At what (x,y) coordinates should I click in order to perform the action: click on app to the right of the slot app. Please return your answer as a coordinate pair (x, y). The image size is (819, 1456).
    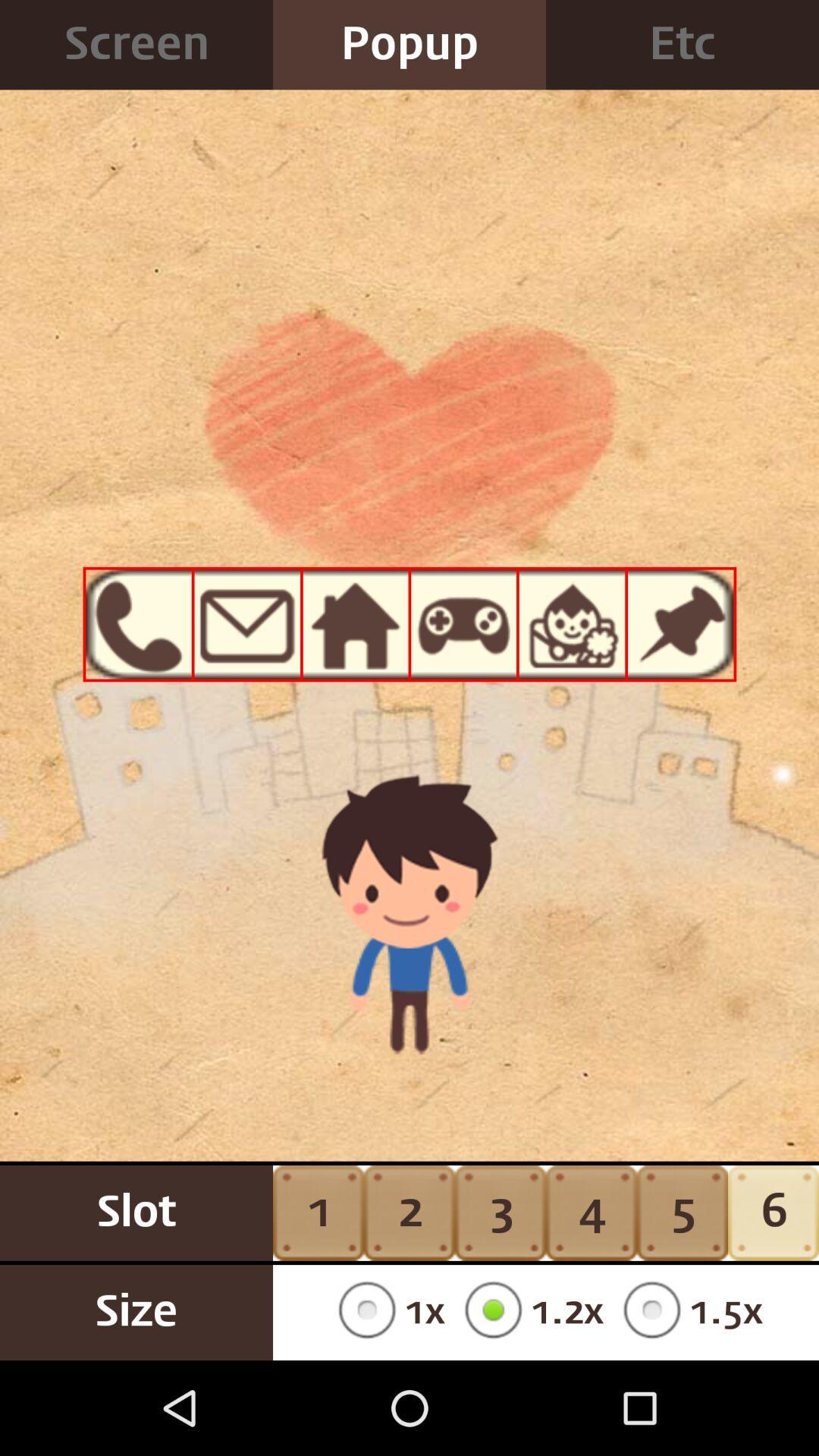
    Looking at the image, I should click on (385, 1312).